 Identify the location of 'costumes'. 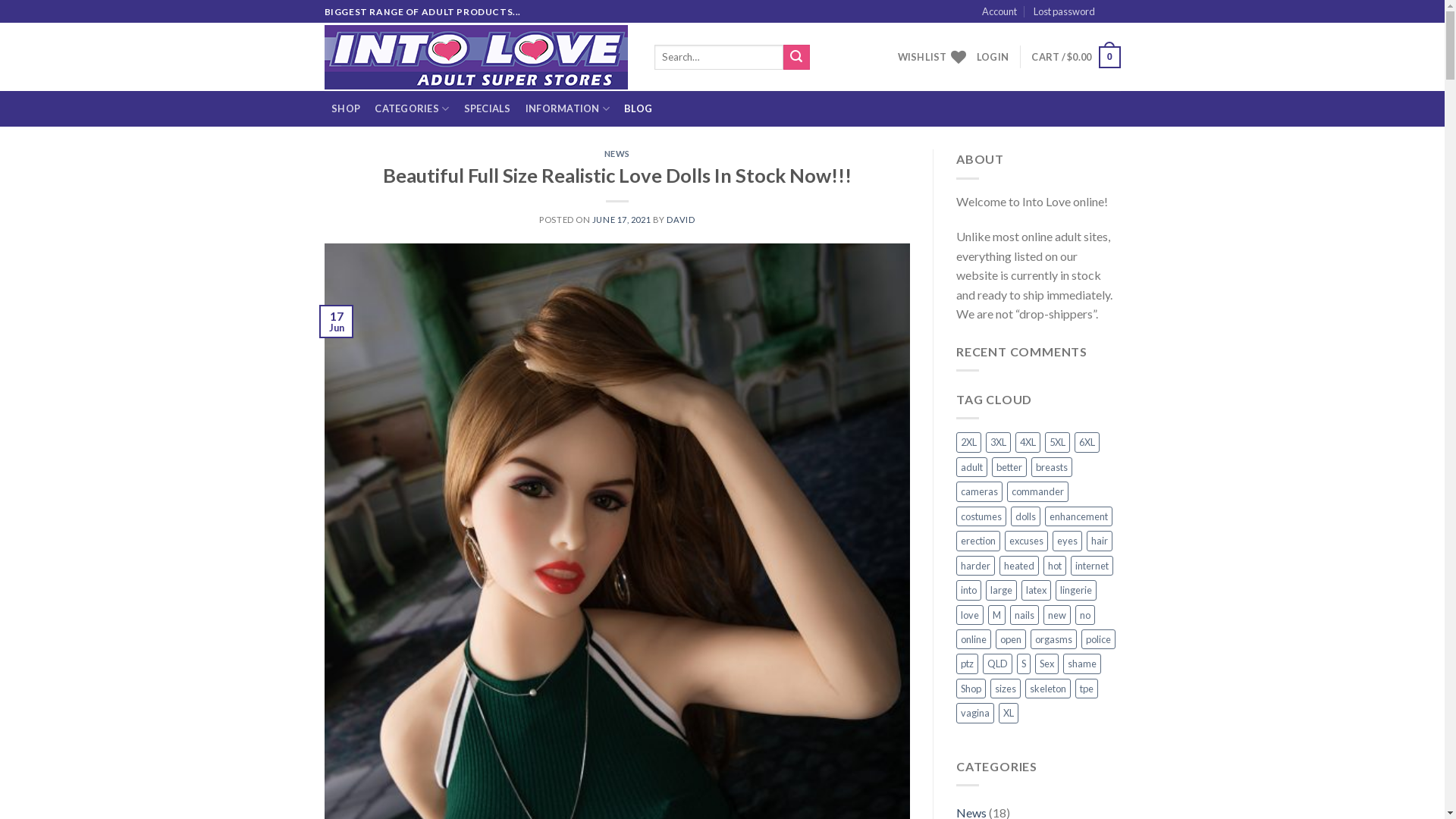
(955, 516).